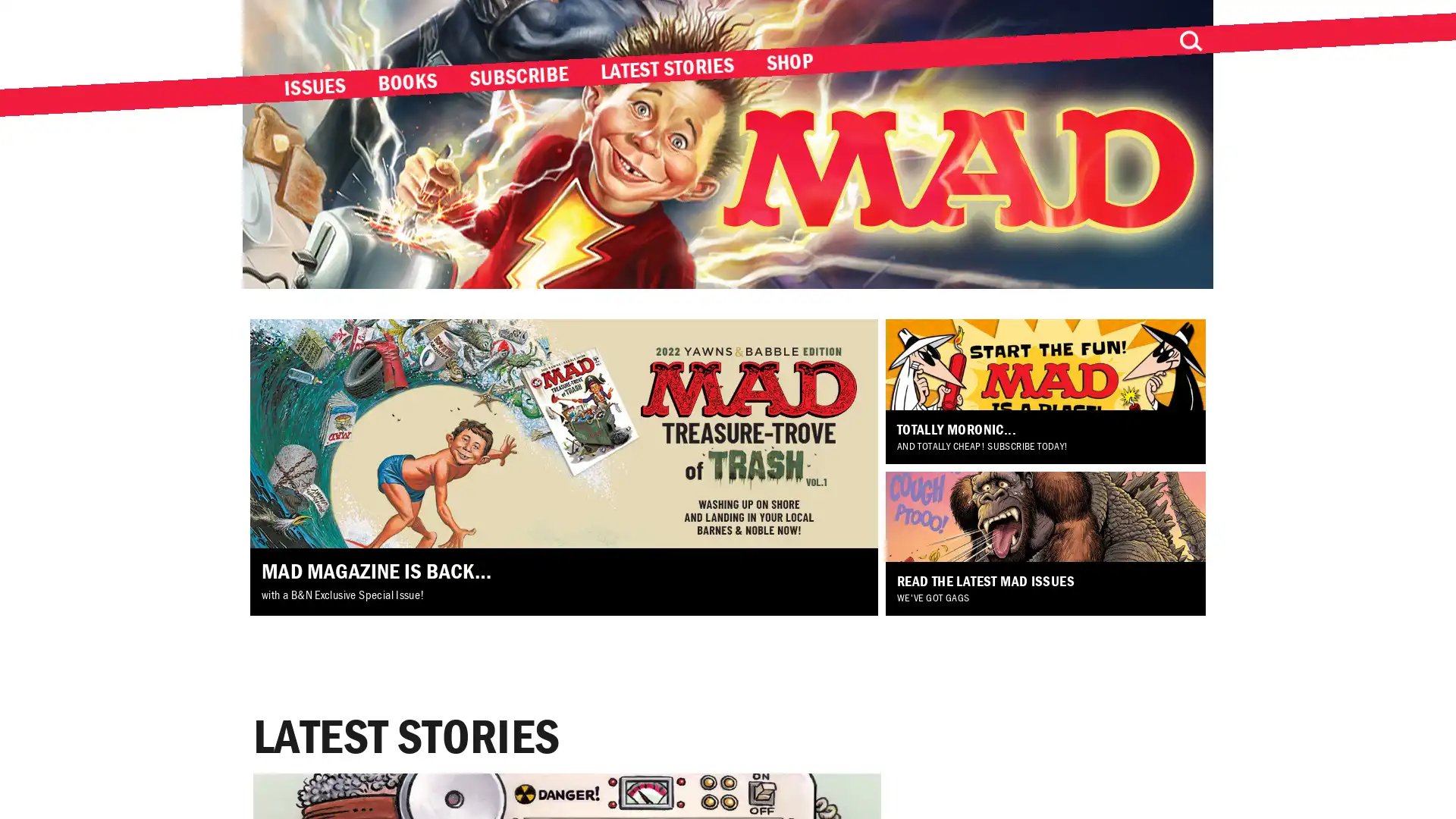  I want to click on go, so click(1189, 40).